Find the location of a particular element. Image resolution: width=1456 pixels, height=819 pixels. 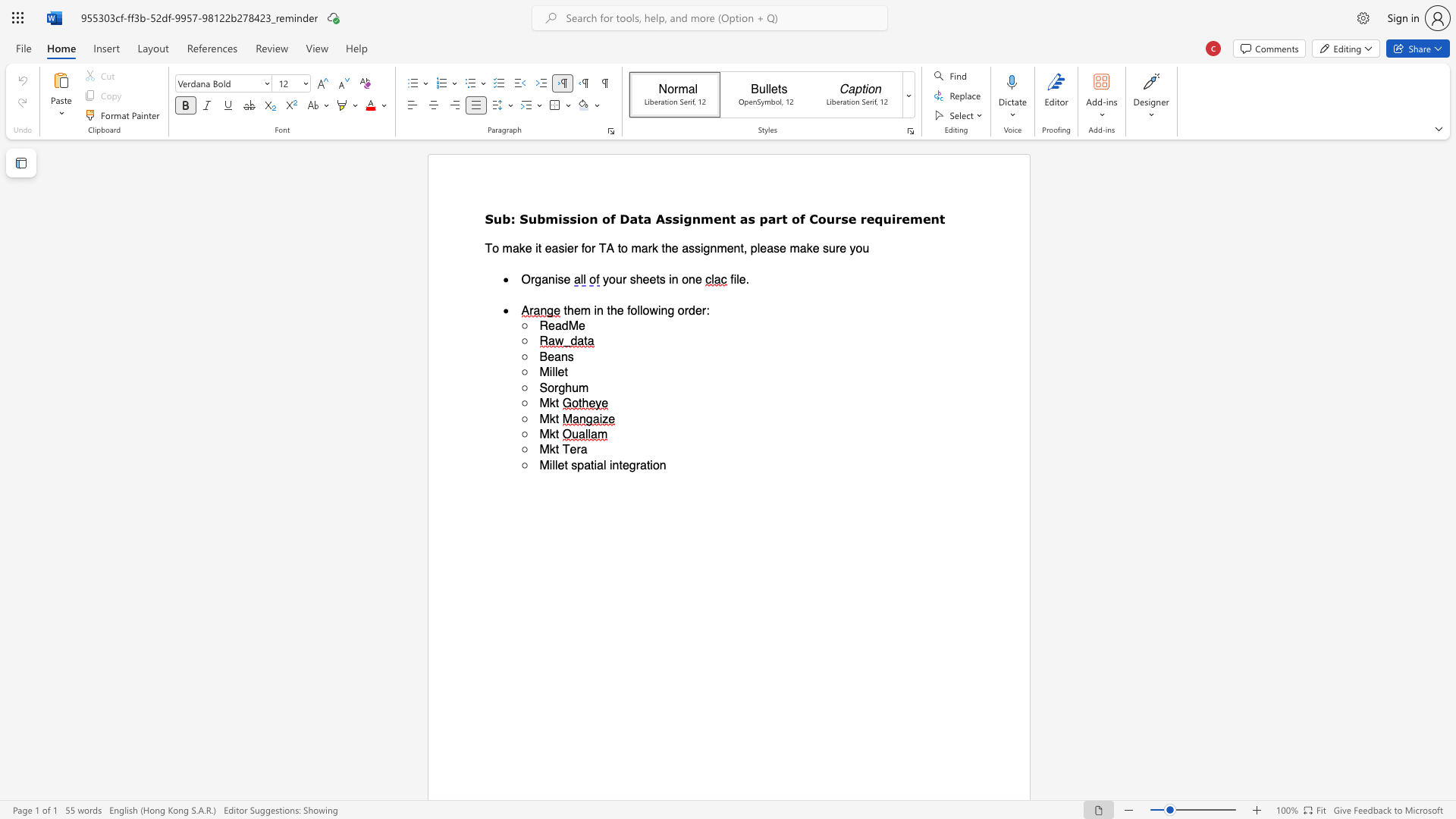

the 1th character "h" in the text is located at coordinates (667, 247).